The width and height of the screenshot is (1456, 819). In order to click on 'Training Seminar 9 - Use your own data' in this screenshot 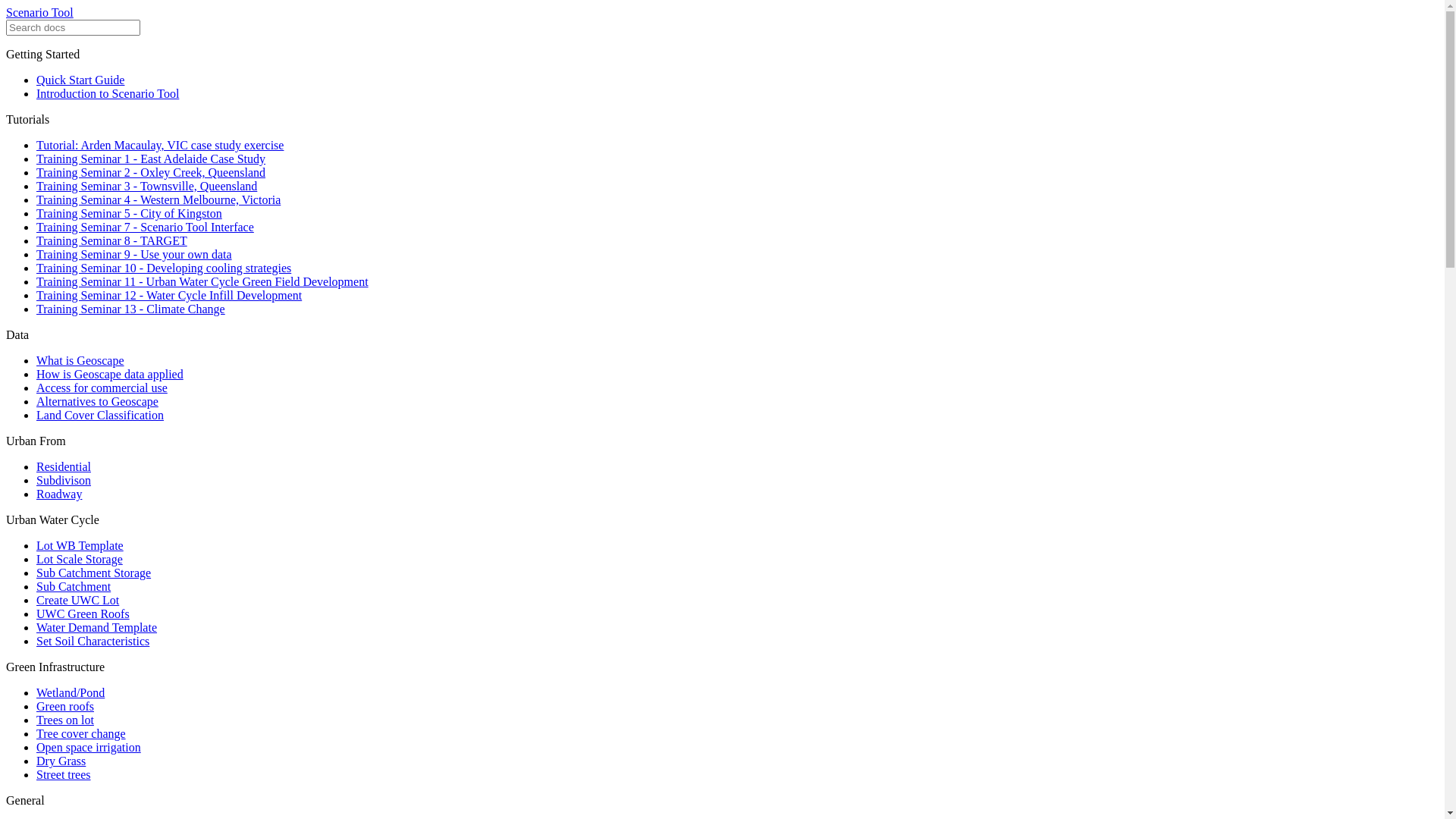, I will do `click(134, 253)`.